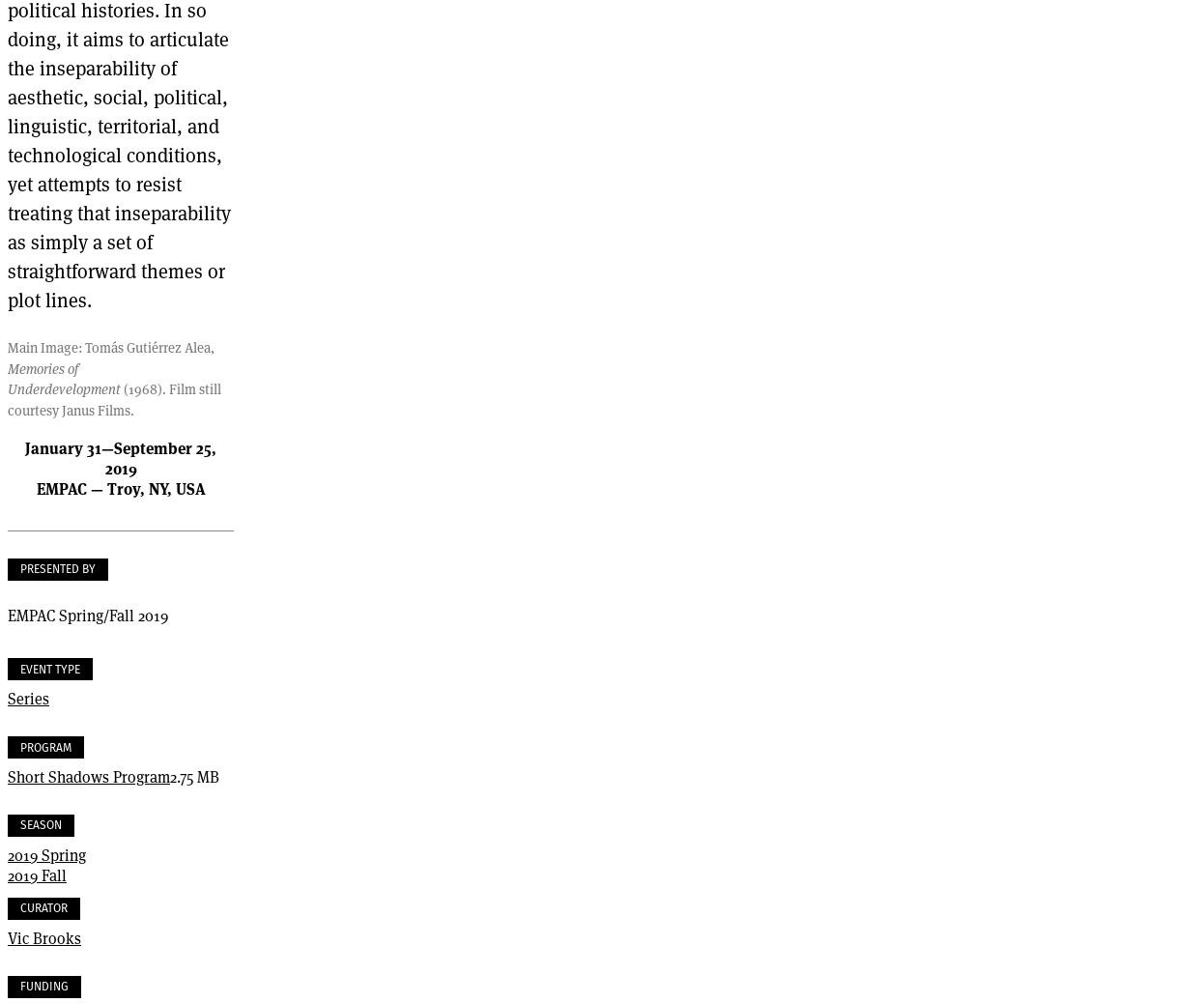  I want to click on 'EMPAC Spring/Fall 2019', so click(86, 614).